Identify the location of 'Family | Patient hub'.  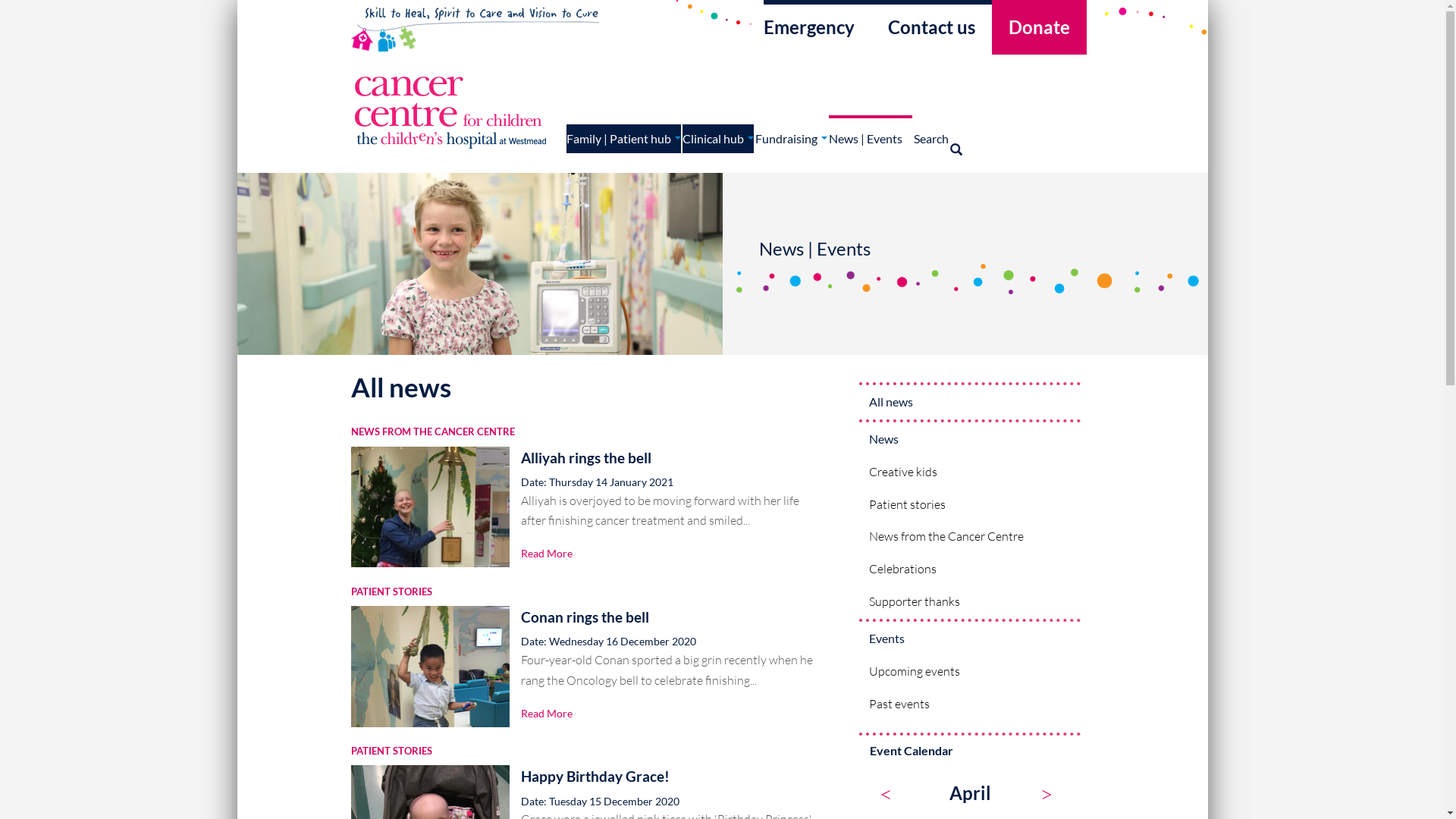
(623, 138).